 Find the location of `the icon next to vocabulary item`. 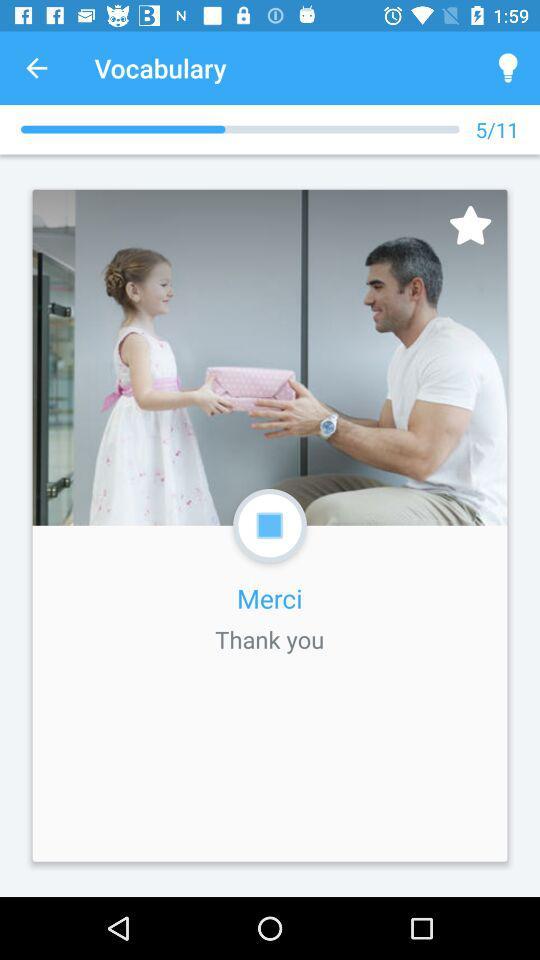

the icon next to vocabulary item is located at coordinates (508, 68).